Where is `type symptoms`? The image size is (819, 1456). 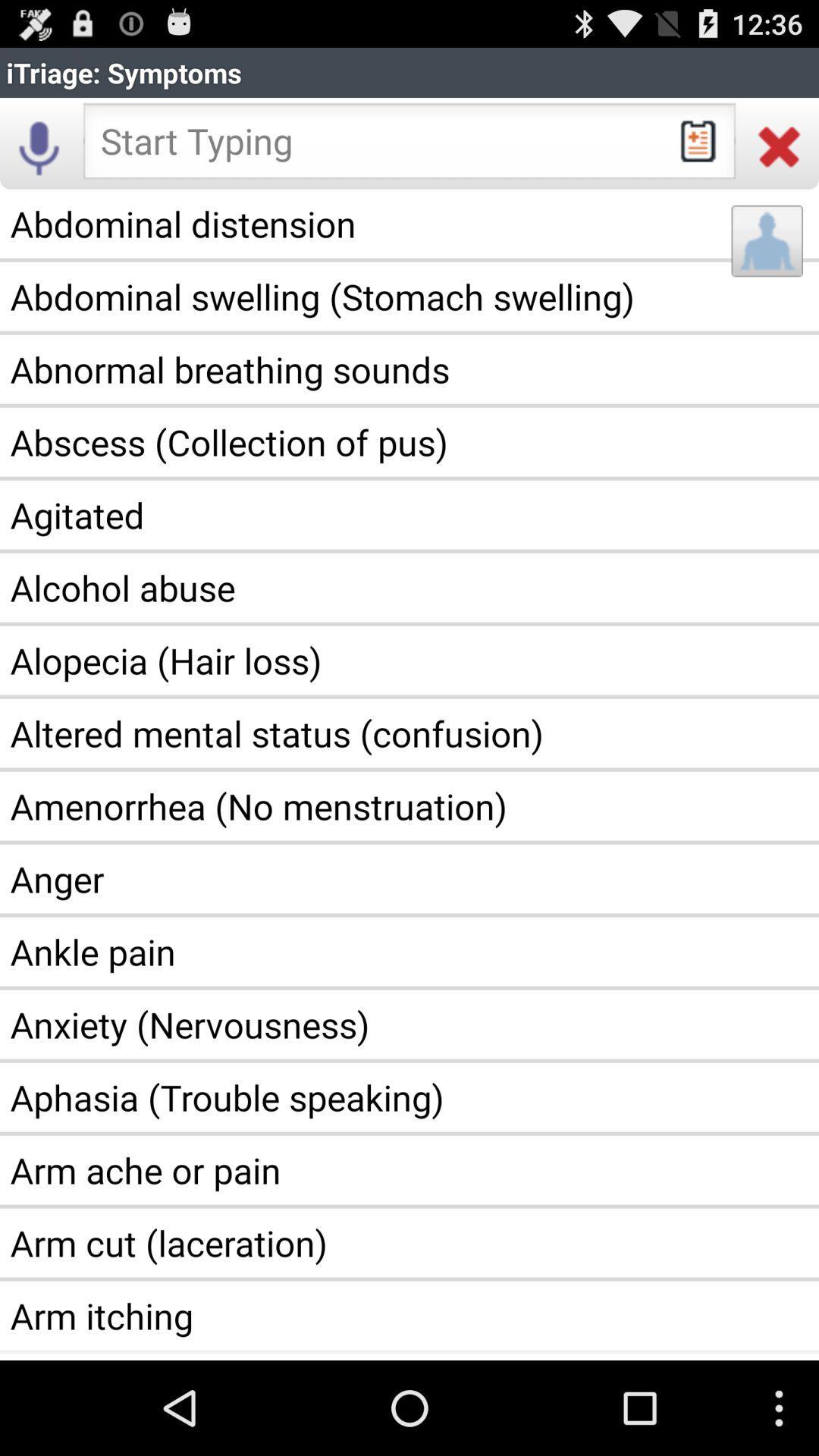
type symptoms is located at coordinates (409, 146).